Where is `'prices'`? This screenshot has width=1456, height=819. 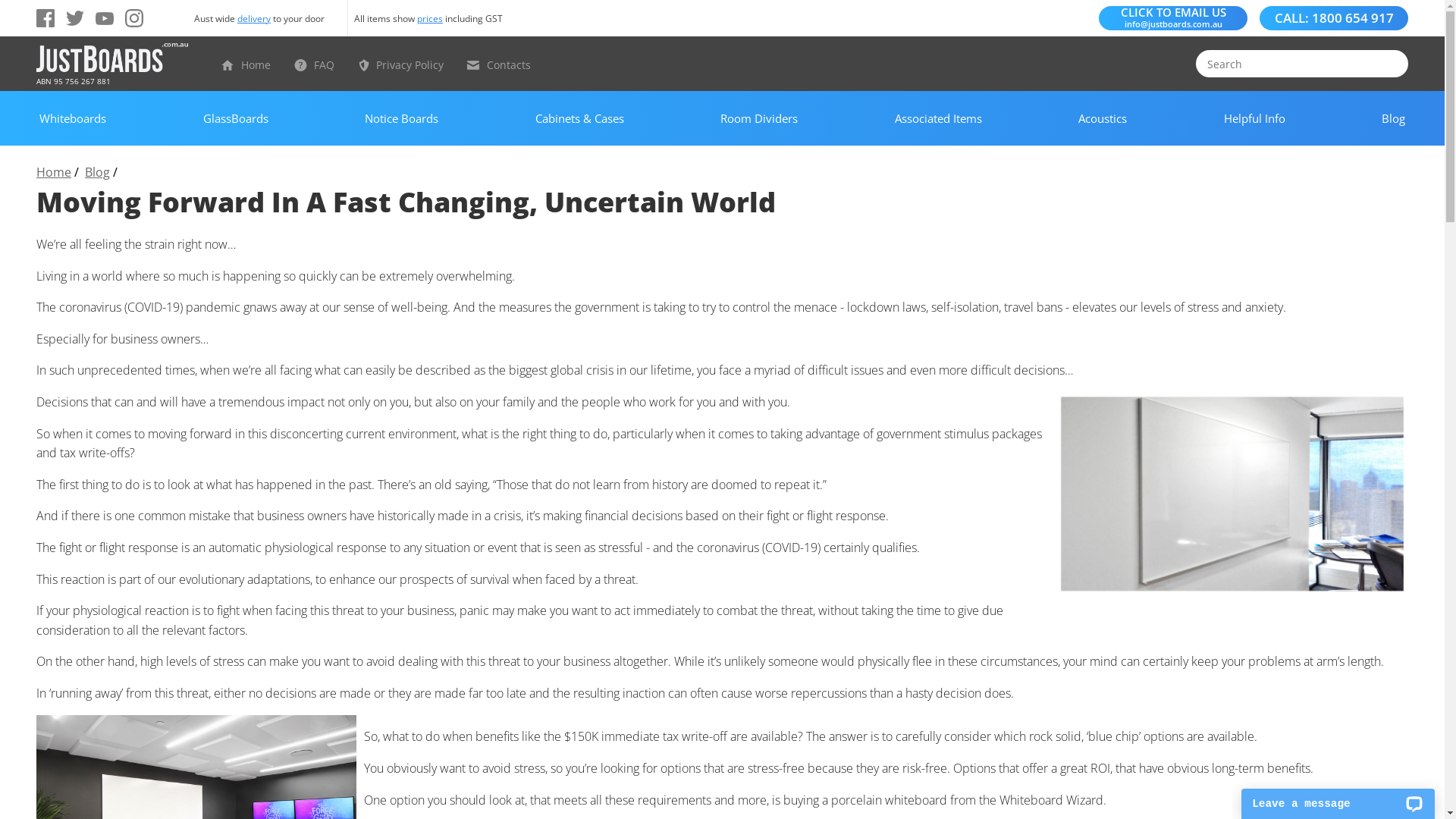 'prices' is located at coordinates (428, 18).